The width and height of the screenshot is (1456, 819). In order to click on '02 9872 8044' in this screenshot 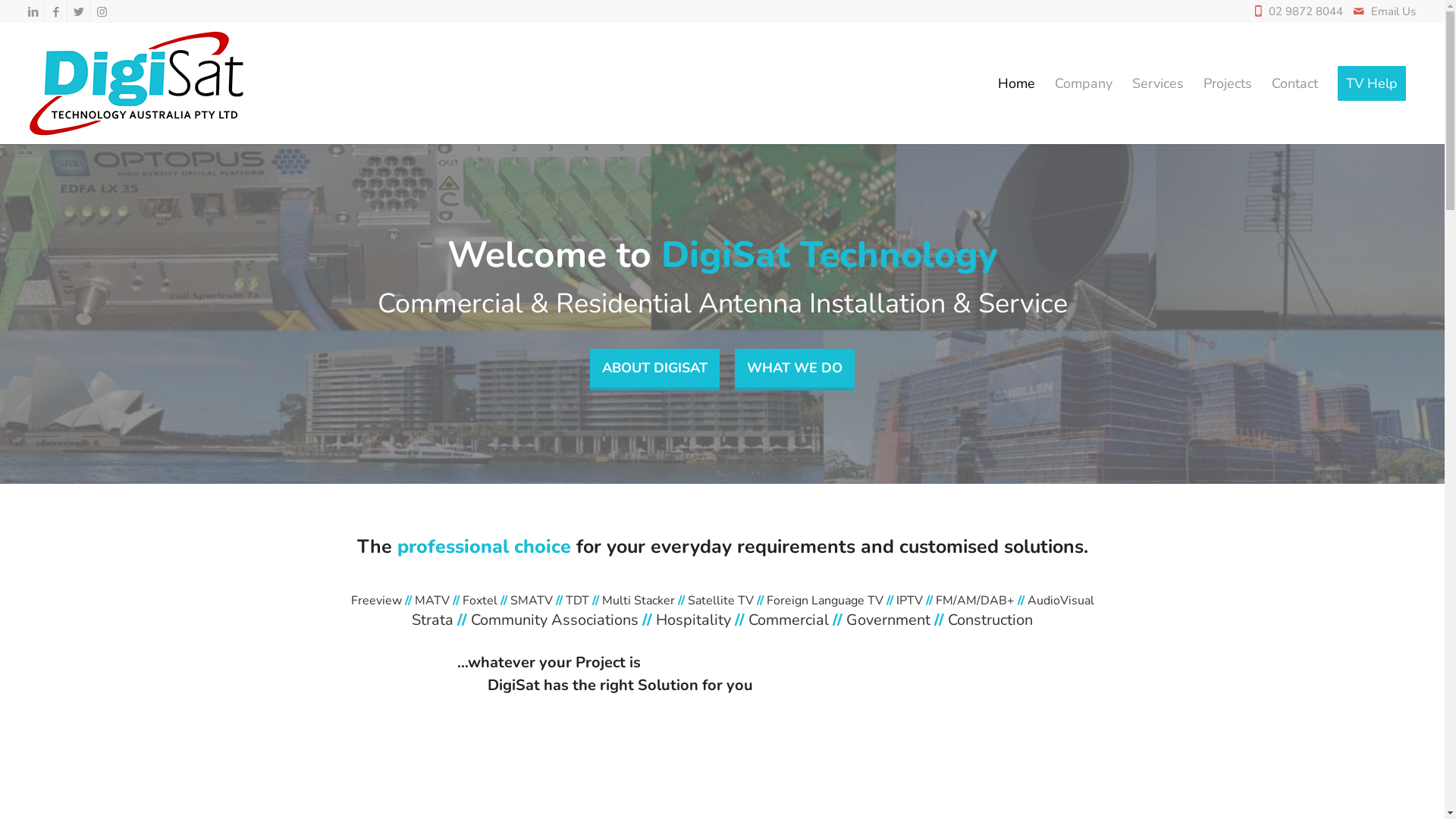, I will do `click(1309, 11)`.